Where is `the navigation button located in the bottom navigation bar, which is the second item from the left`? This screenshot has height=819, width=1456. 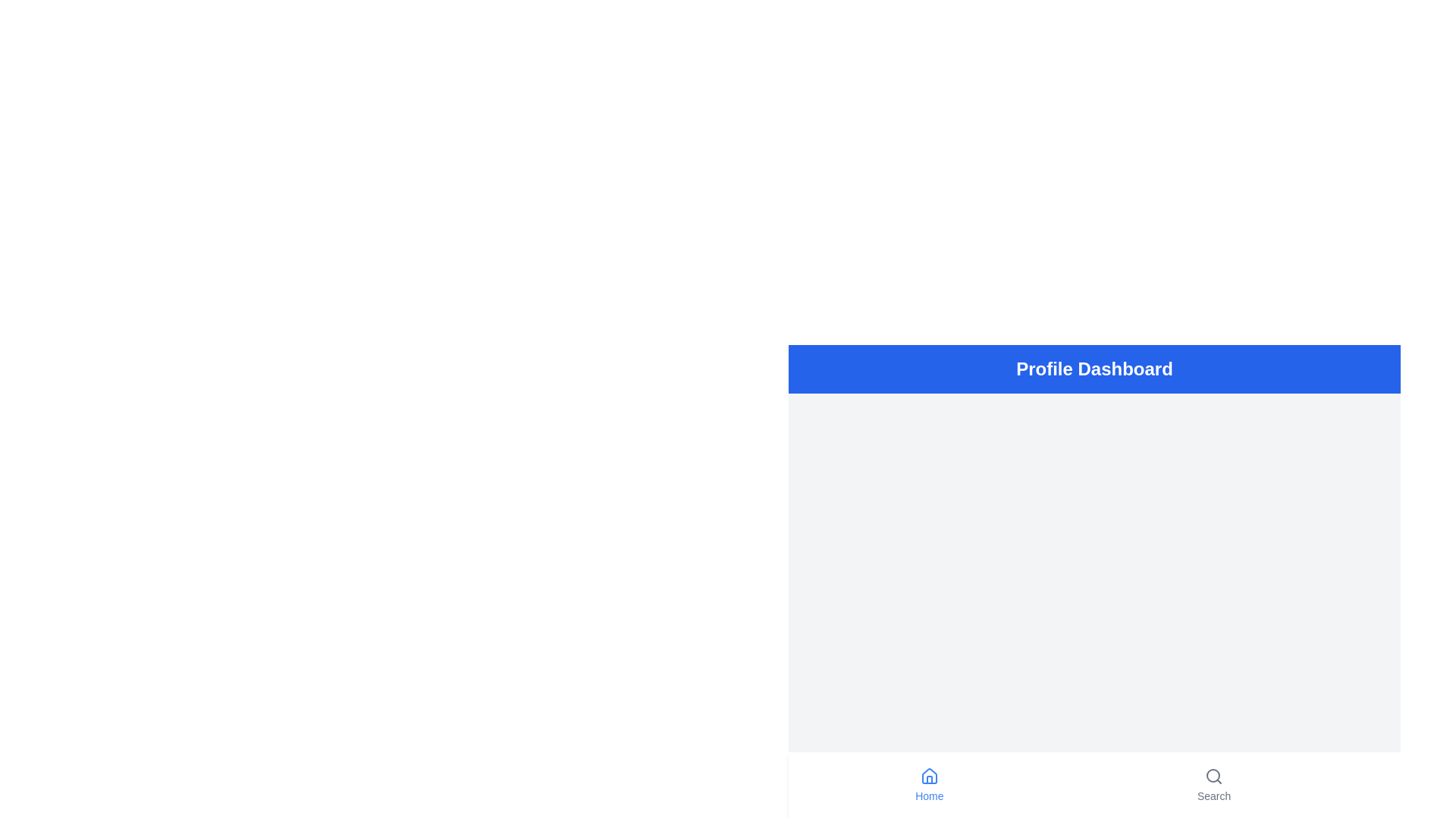 the navigation button located in the bottom navigation bar, which is the second item from the left is located at coordinates (1214, 785).